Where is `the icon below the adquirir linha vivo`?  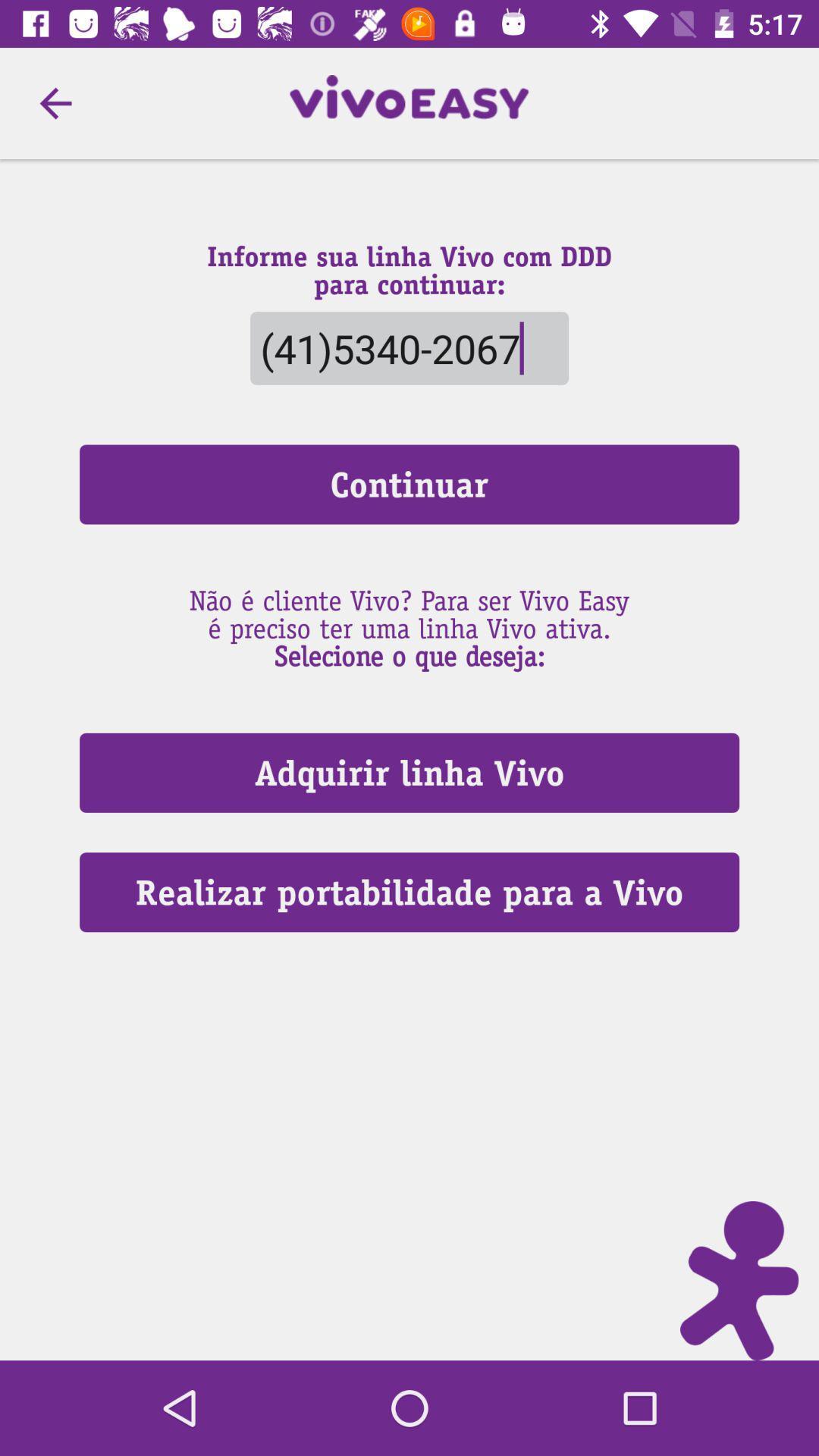 the icon below the adquirir linha vivo is located at coordinates (409, 892).